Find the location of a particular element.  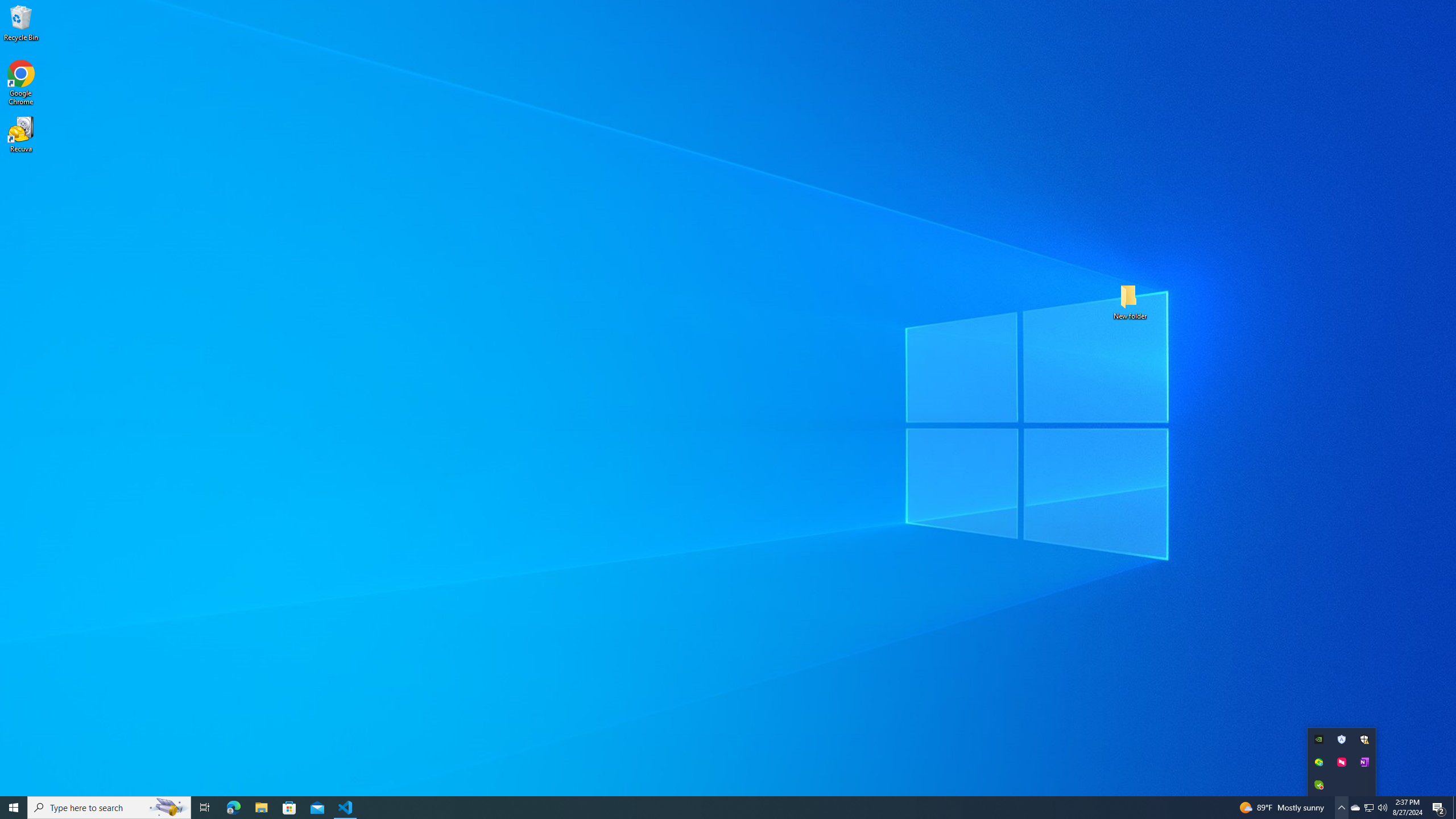

'Action Center, 2 new notifications' is located at coordinates (1439, 806).